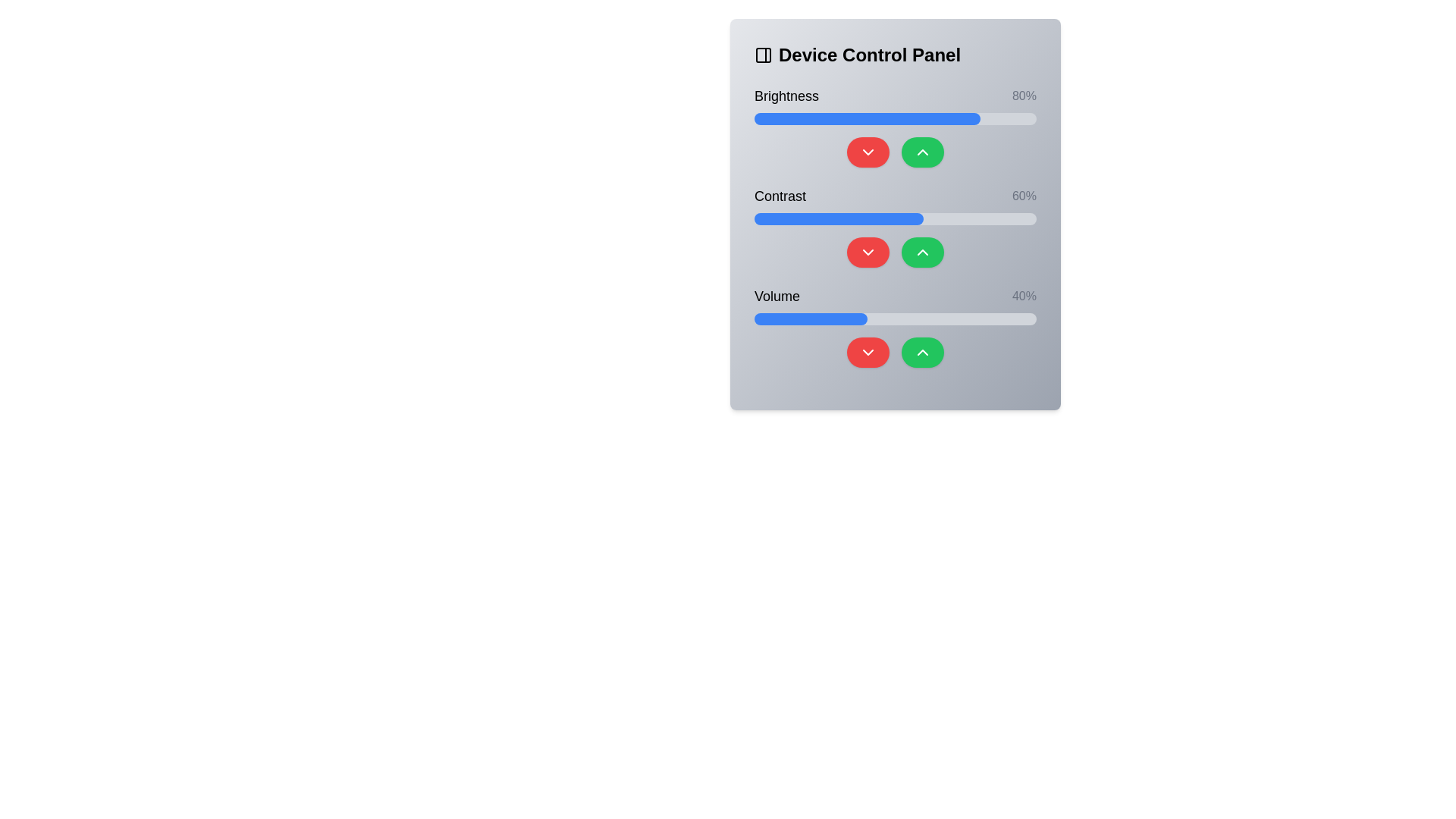 The width and height of the screenshot is (1456, 819). Describe the element at coordinates (909, 219) in the screenshot. I see `the contrast level` at that location.